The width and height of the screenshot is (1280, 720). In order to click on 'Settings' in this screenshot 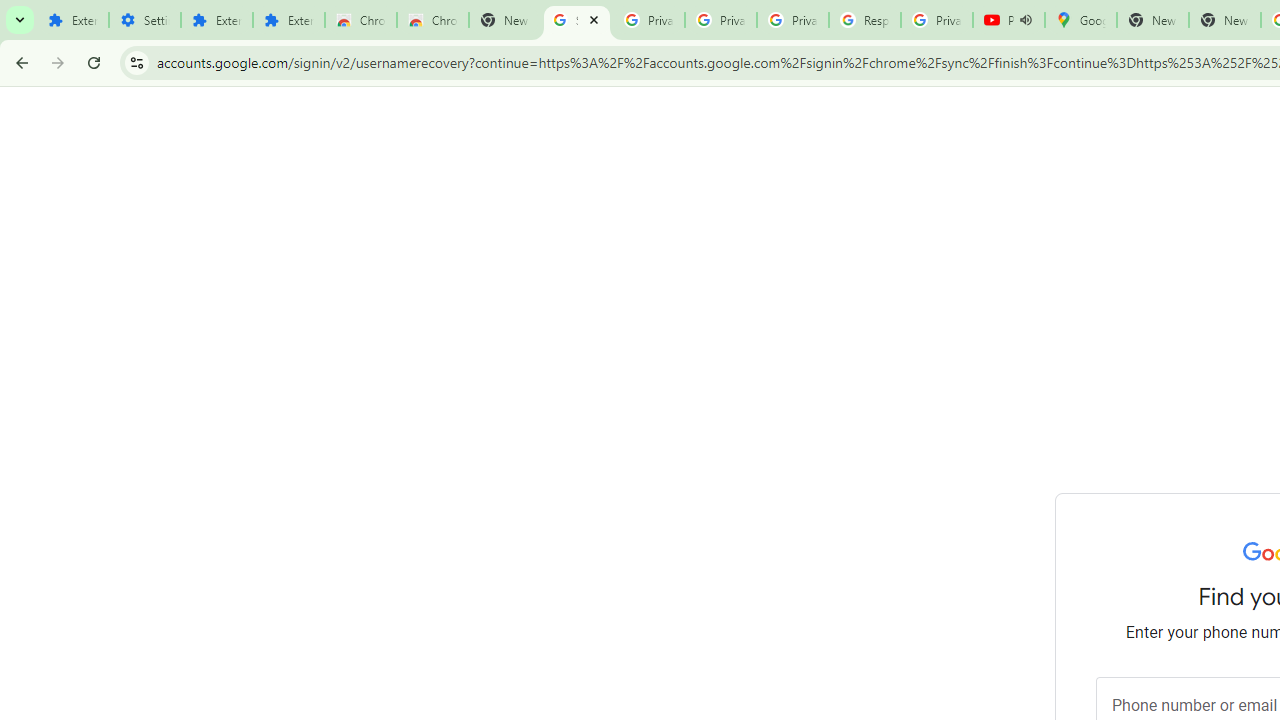, I will do `click(143, 20)`.